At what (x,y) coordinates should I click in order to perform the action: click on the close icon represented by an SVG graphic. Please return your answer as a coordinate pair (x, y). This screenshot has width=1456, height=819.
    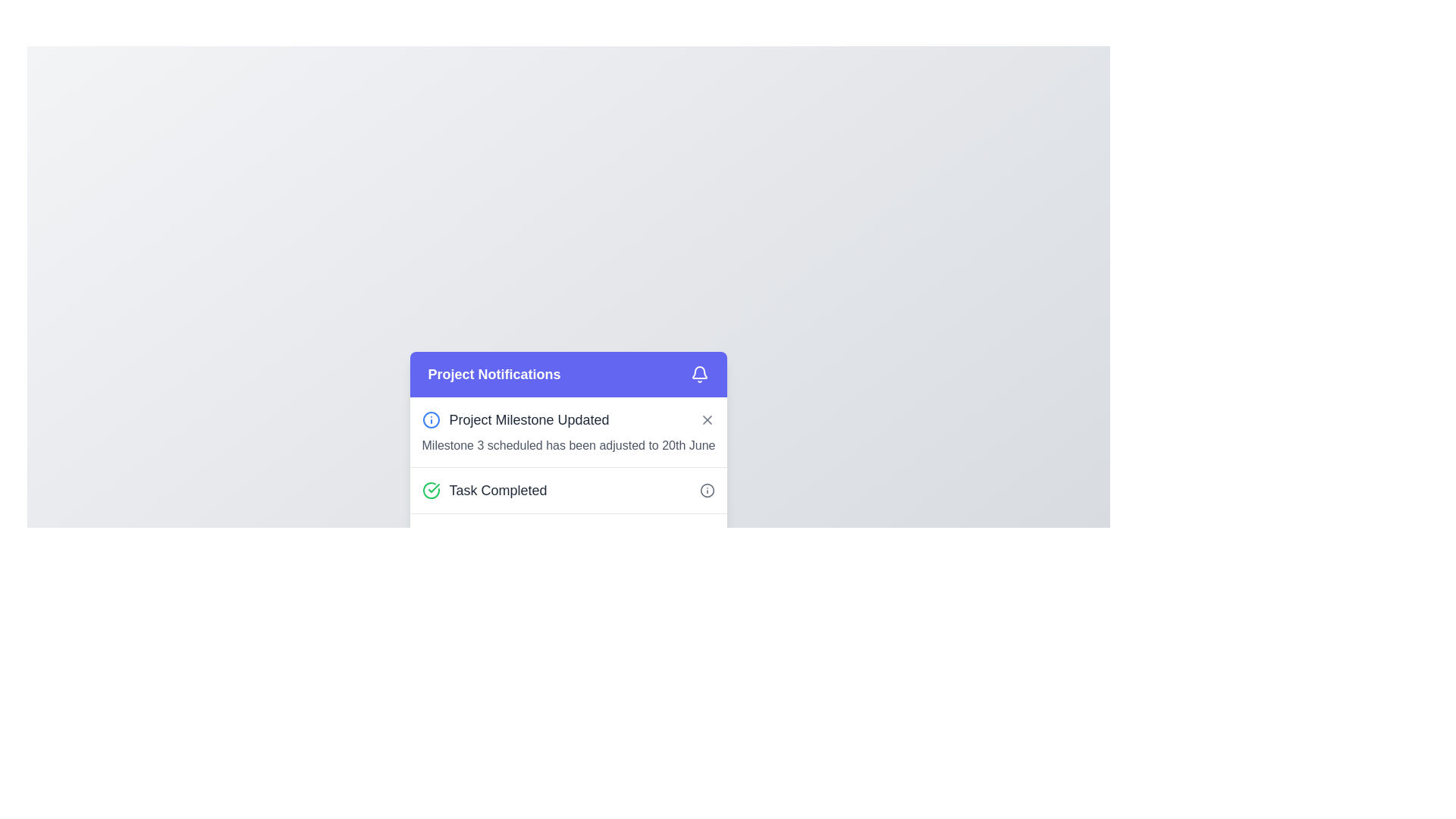
    Looking at the image, I should click on (707, 420).